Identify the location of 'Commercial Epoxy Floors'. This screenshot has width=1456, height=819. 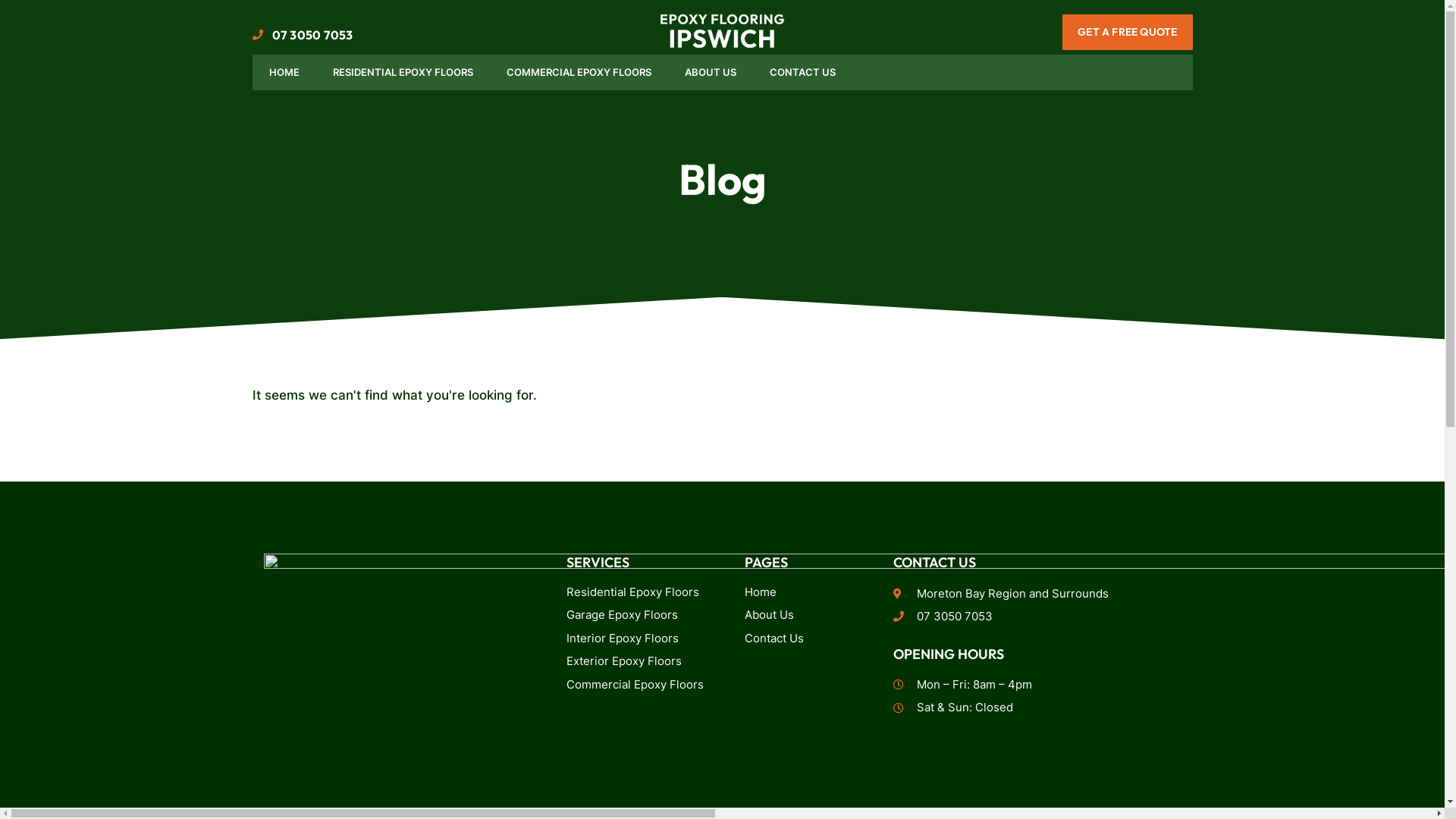
(639, 685).